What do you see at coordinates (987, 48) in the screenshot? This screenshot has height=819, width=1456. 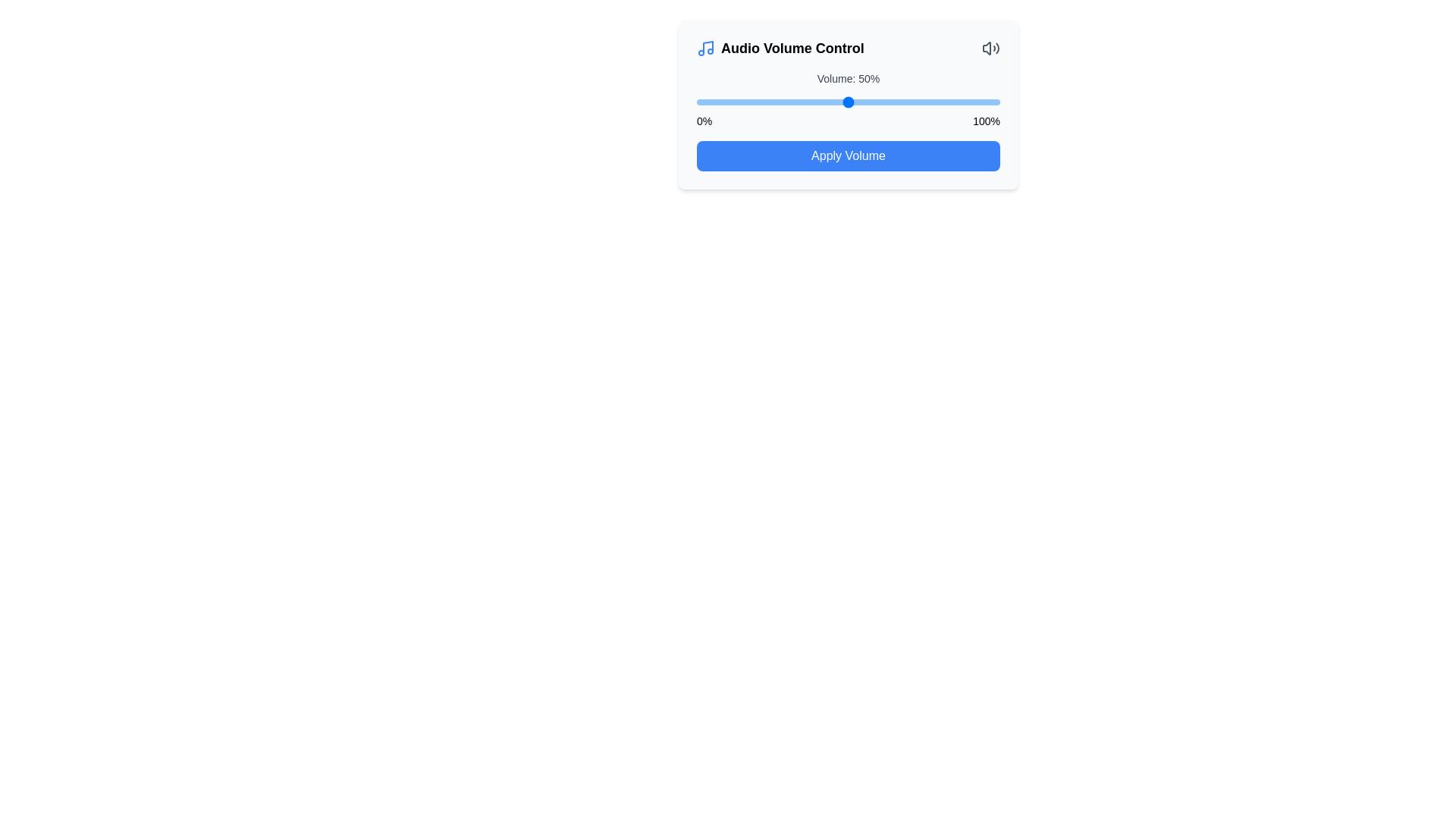 I see `the sound volume control icon located at the top-right side of the audio volume control panel, which is visually represented as a graphical vector icon indicating audio settings` at bounding box center [987, 48].